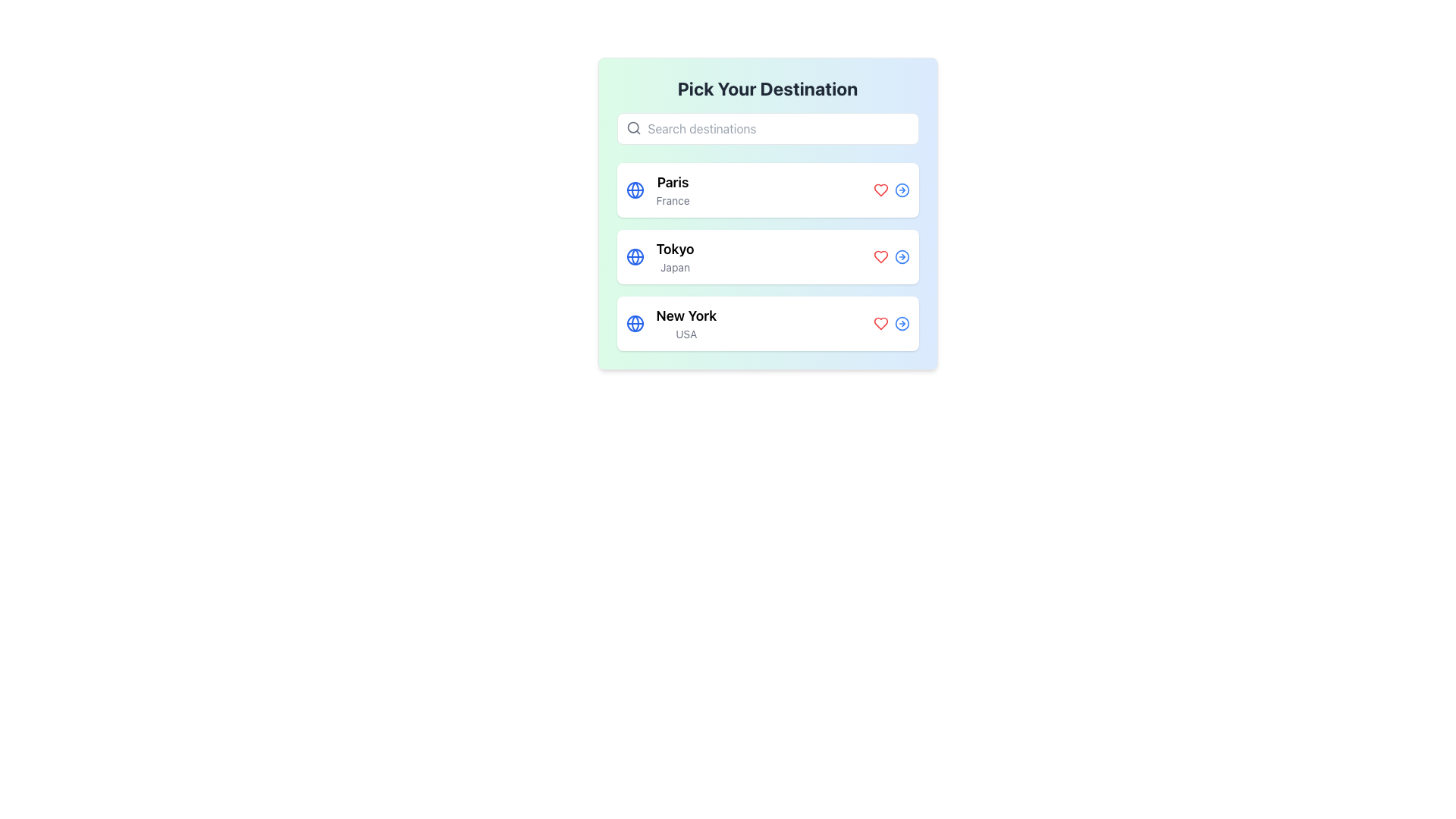 Image resolution: width=1456 pixels, height=819 pixels. I want to click on the text block displaying the location 'Tokyo', so click(660, 256).